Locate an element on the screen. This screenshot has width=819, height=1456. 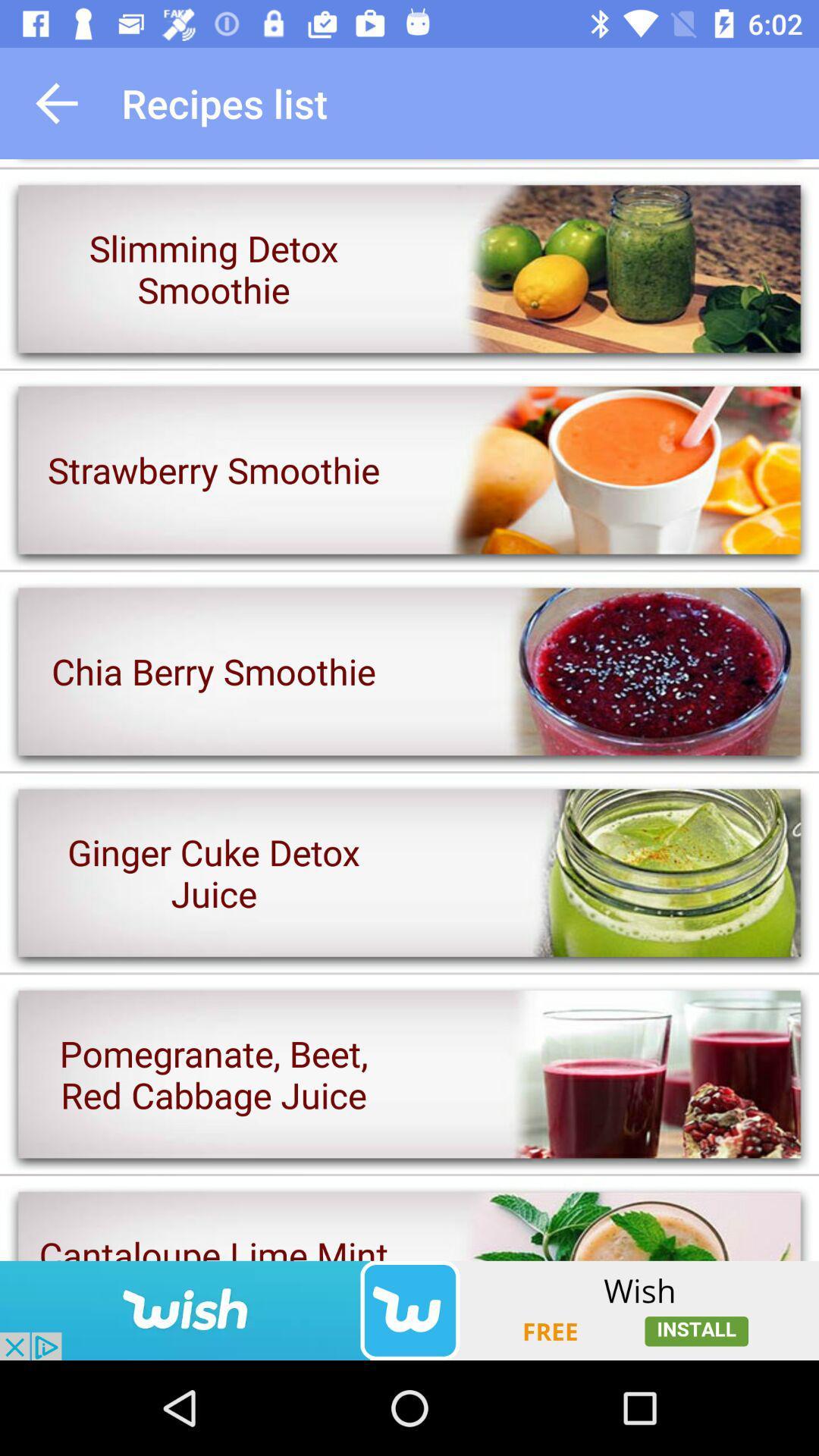
install wish is located at coordinates (409, 1310).